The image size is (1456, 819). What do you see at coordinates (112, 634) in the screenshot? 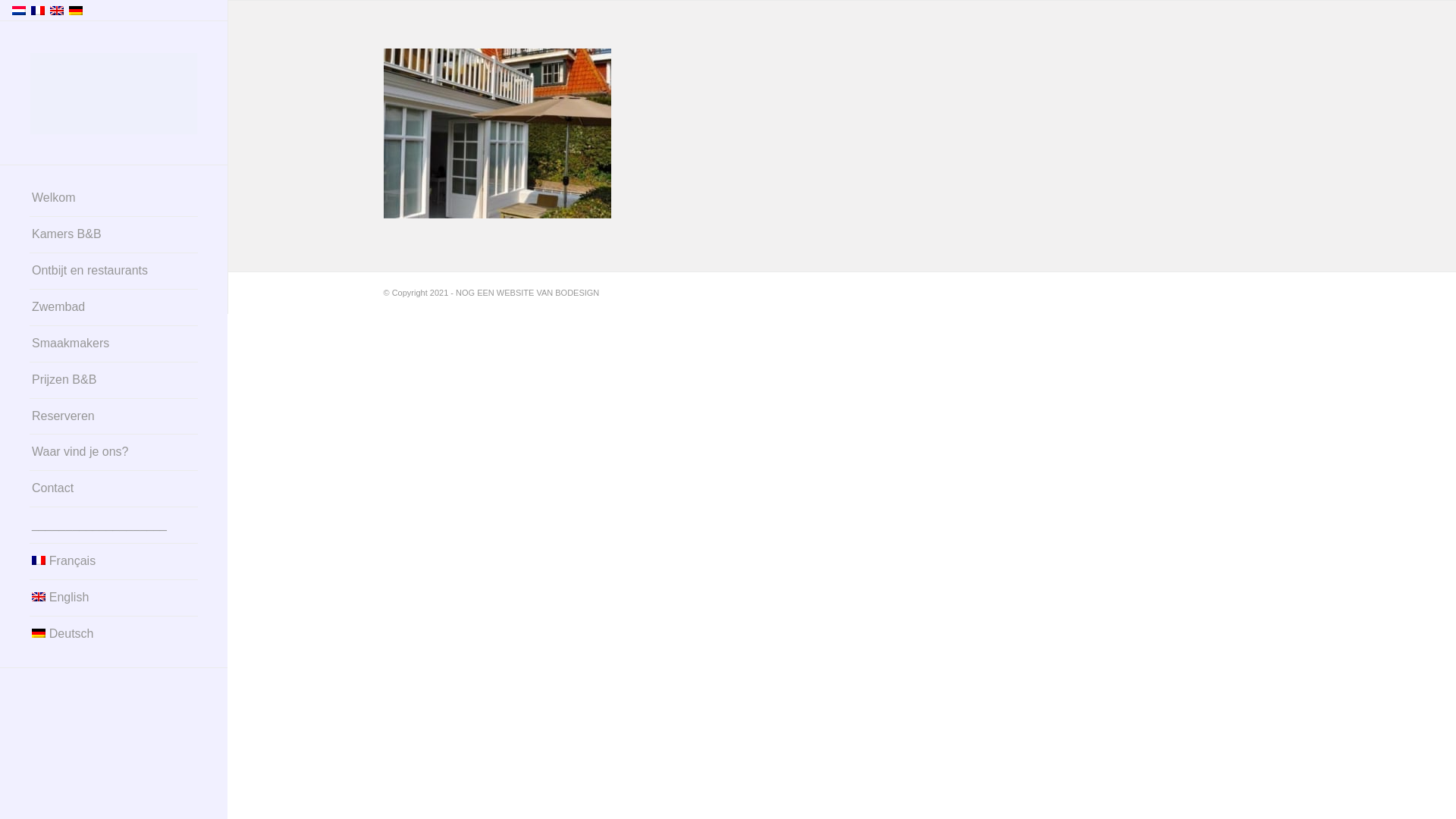
I see `'Deutsch'` at bounding box center [112, 634].